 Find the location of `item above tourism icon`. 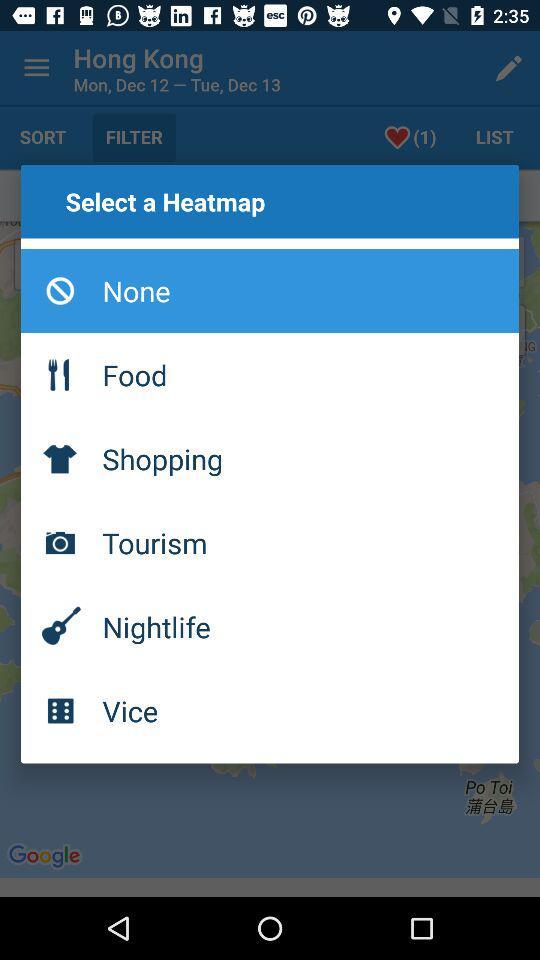

item above tourism icon is located at coordinates (270, 458).